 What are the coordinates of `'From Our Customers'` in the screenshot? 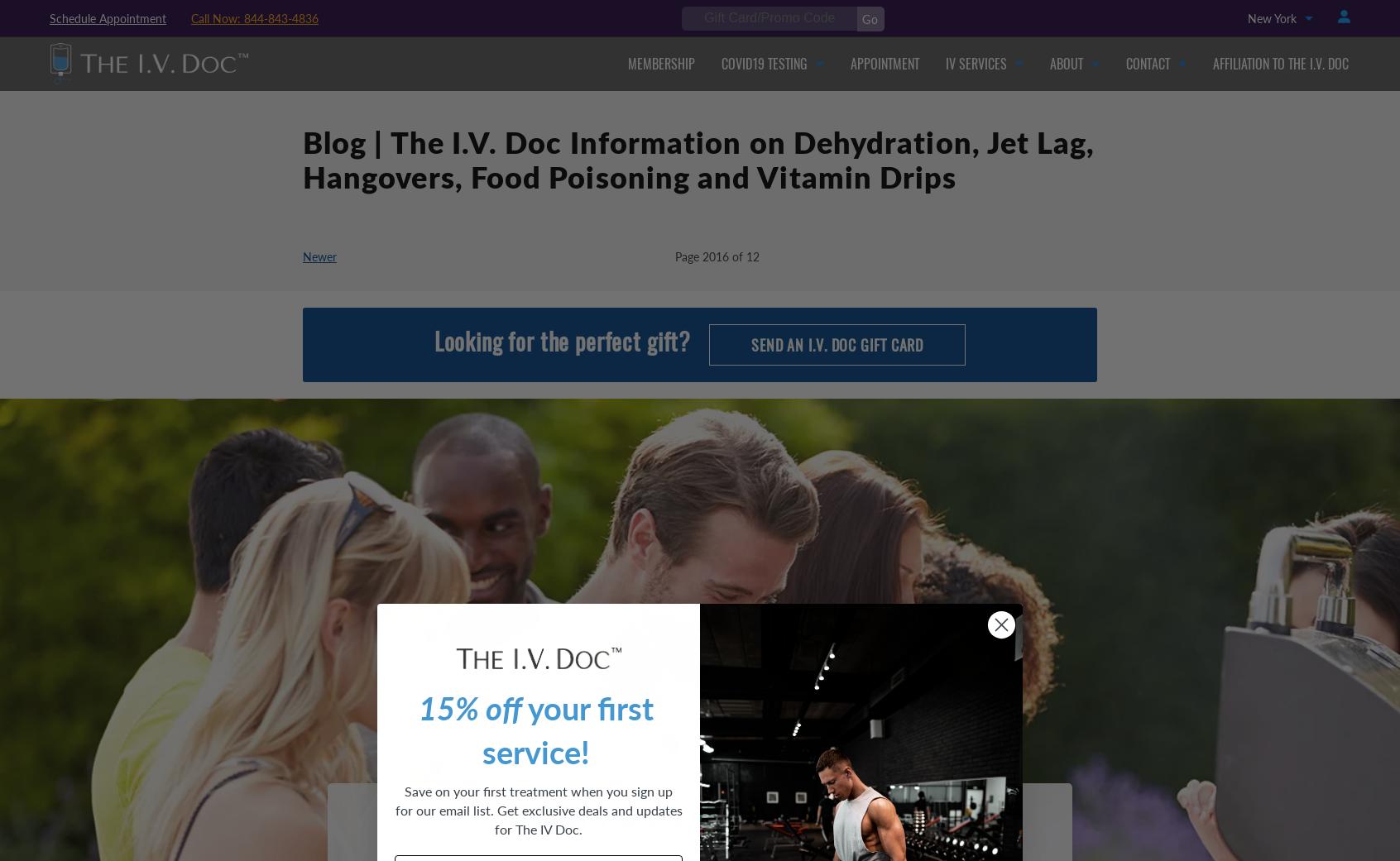 It's located at (699, 816).